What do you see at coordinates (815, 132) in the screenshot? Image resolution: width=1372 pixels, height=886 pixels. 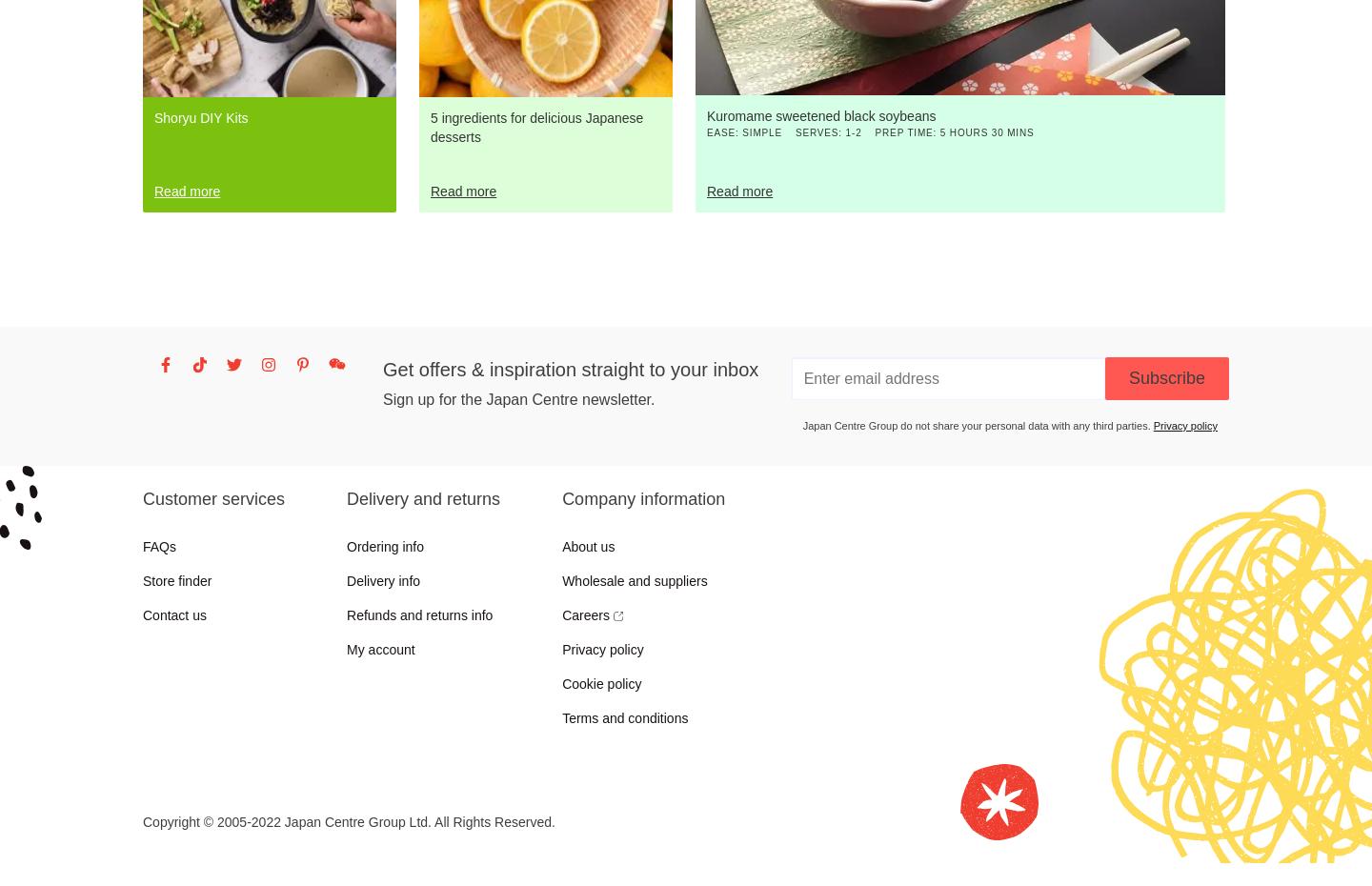 I see `'Serves'` at bounding box center [815, 132].